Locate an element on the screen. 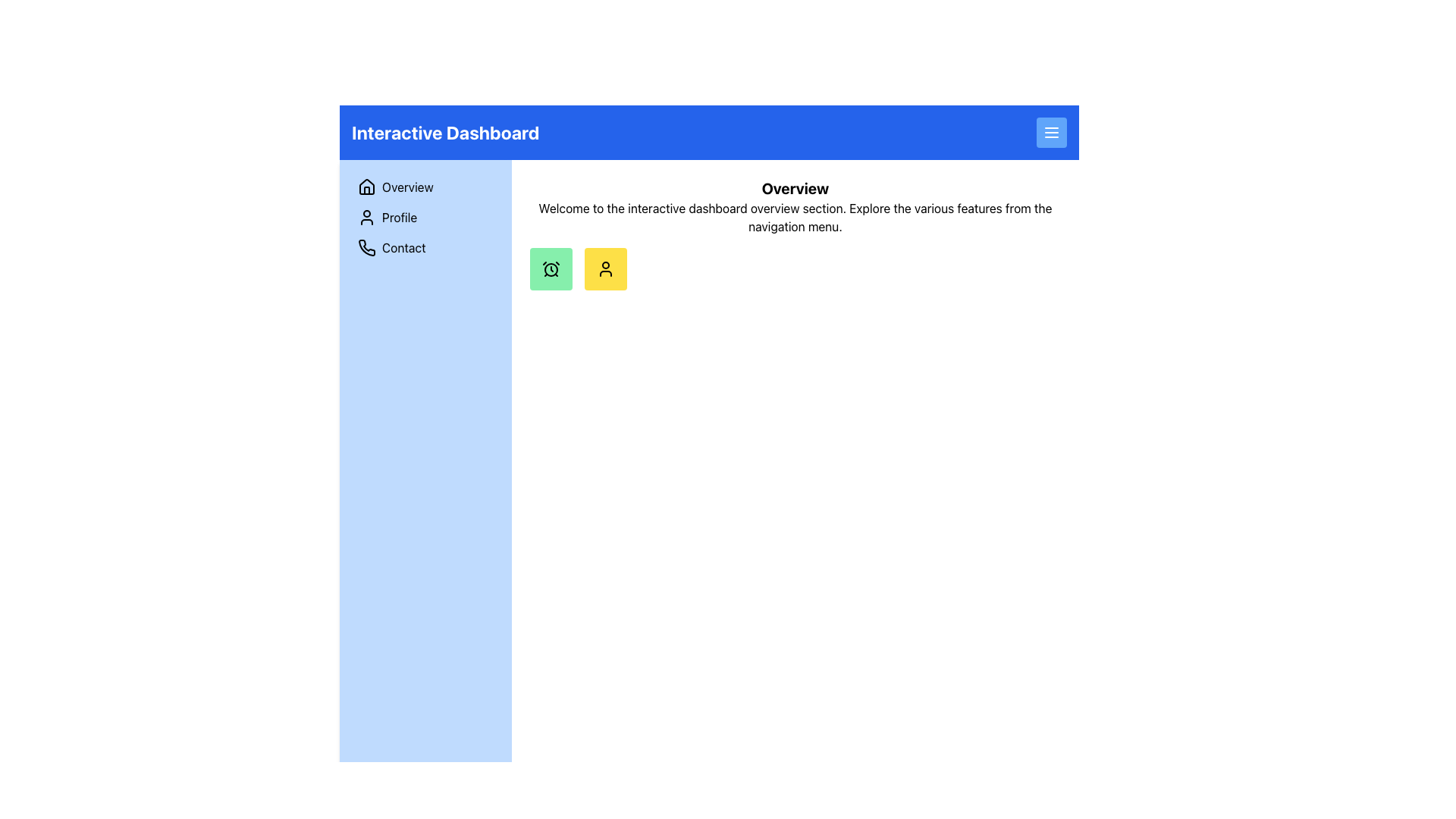 This screenshot has height=819, width=1456. the Text Block that provides an introductory message about the interactive dashboard, located directly beneath the 'Overview' heading is located at coordinates (794, 217).